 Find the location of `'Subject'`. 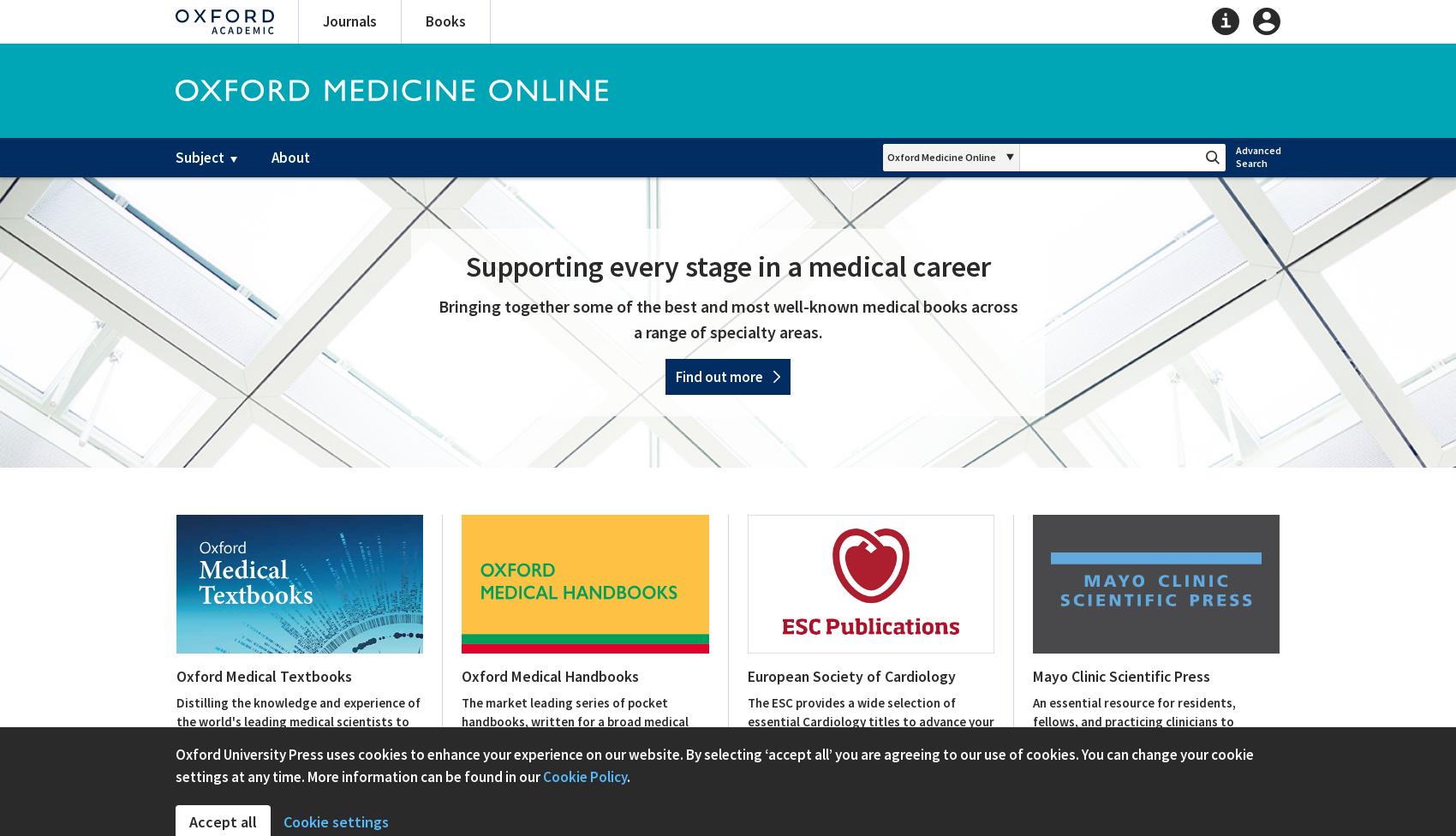

'Subject' is located at coordinates (200, 156).